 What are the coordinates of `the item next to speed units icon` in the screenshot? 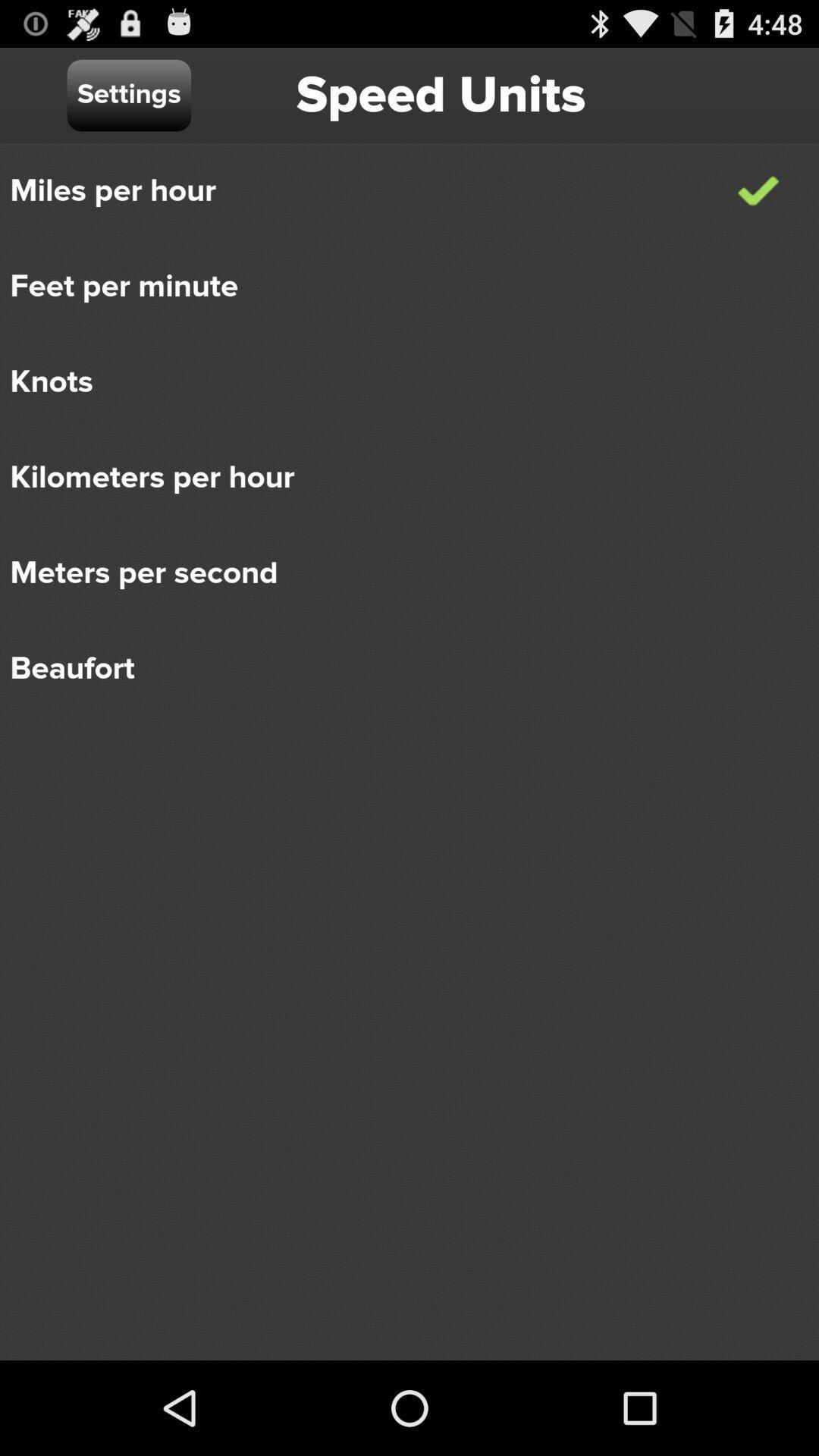 It's located at (128, 94).